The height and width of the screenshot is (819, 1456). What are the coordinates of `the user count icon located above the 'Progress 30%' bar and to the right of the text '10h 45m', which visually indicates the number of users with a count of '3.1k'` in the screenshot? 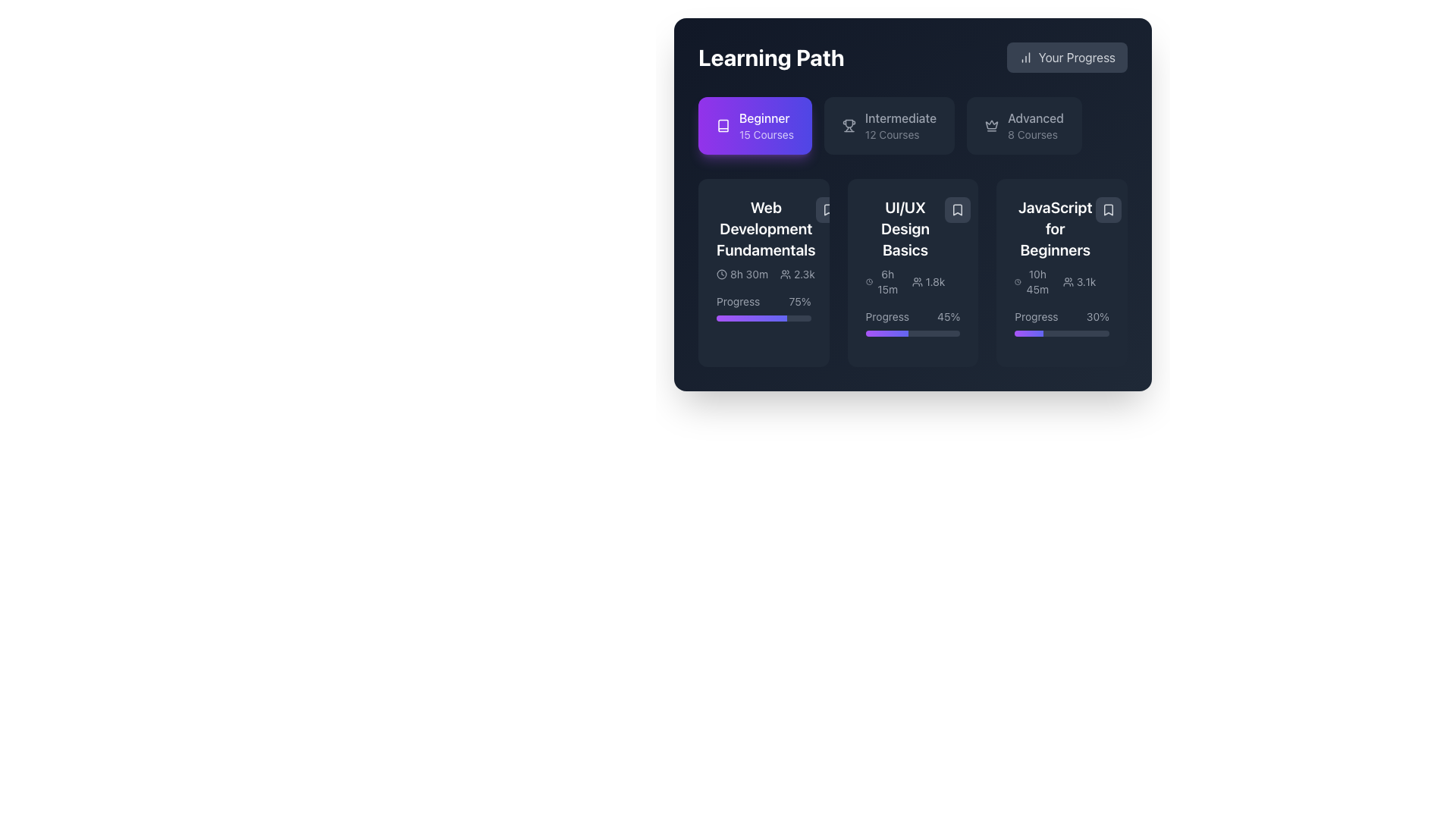 It's located at (1067, 281).